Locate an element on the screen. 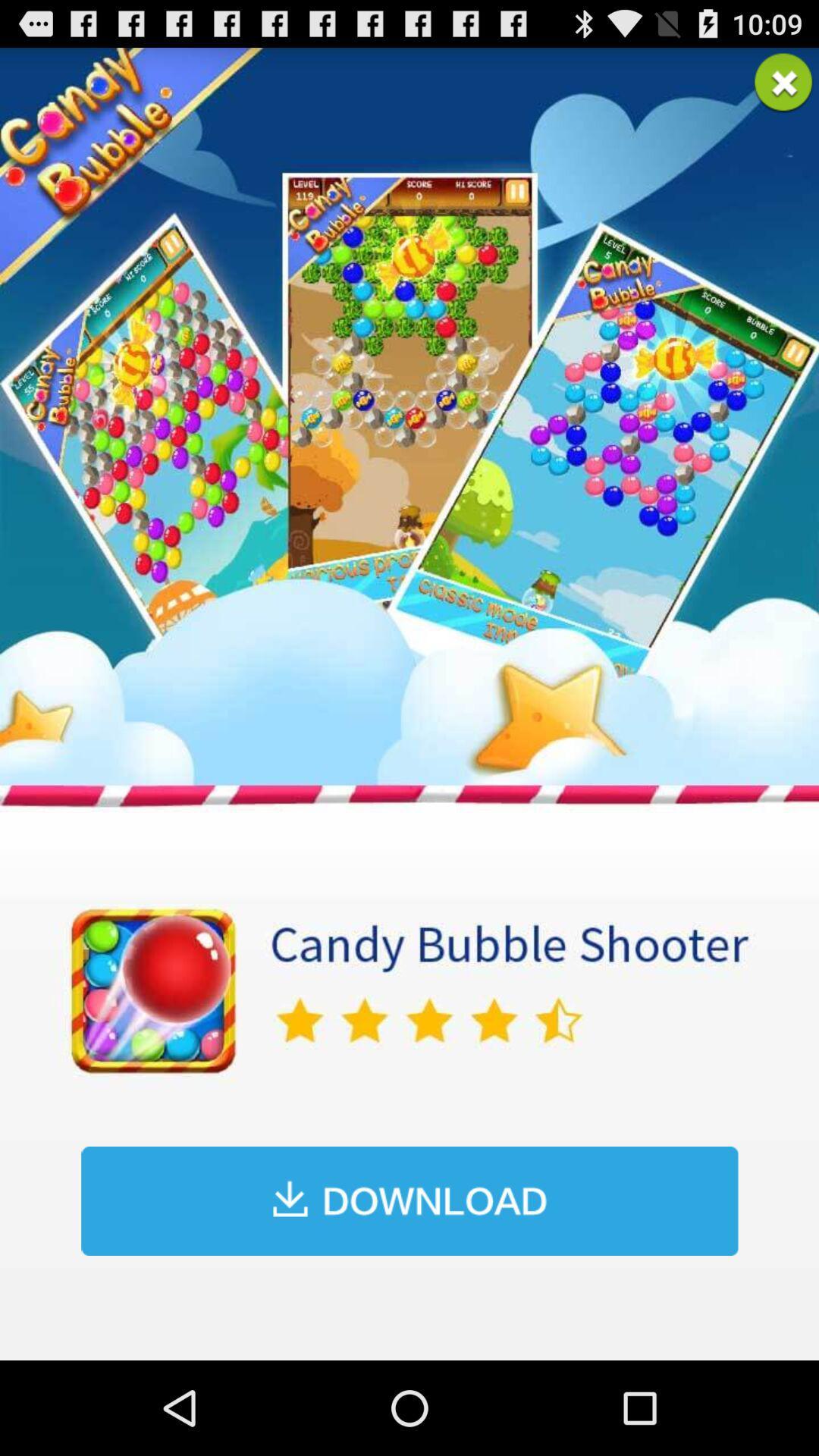 The width and height of the screenshot is (819, 1456). advertisement is located at coordinates (783, 82).